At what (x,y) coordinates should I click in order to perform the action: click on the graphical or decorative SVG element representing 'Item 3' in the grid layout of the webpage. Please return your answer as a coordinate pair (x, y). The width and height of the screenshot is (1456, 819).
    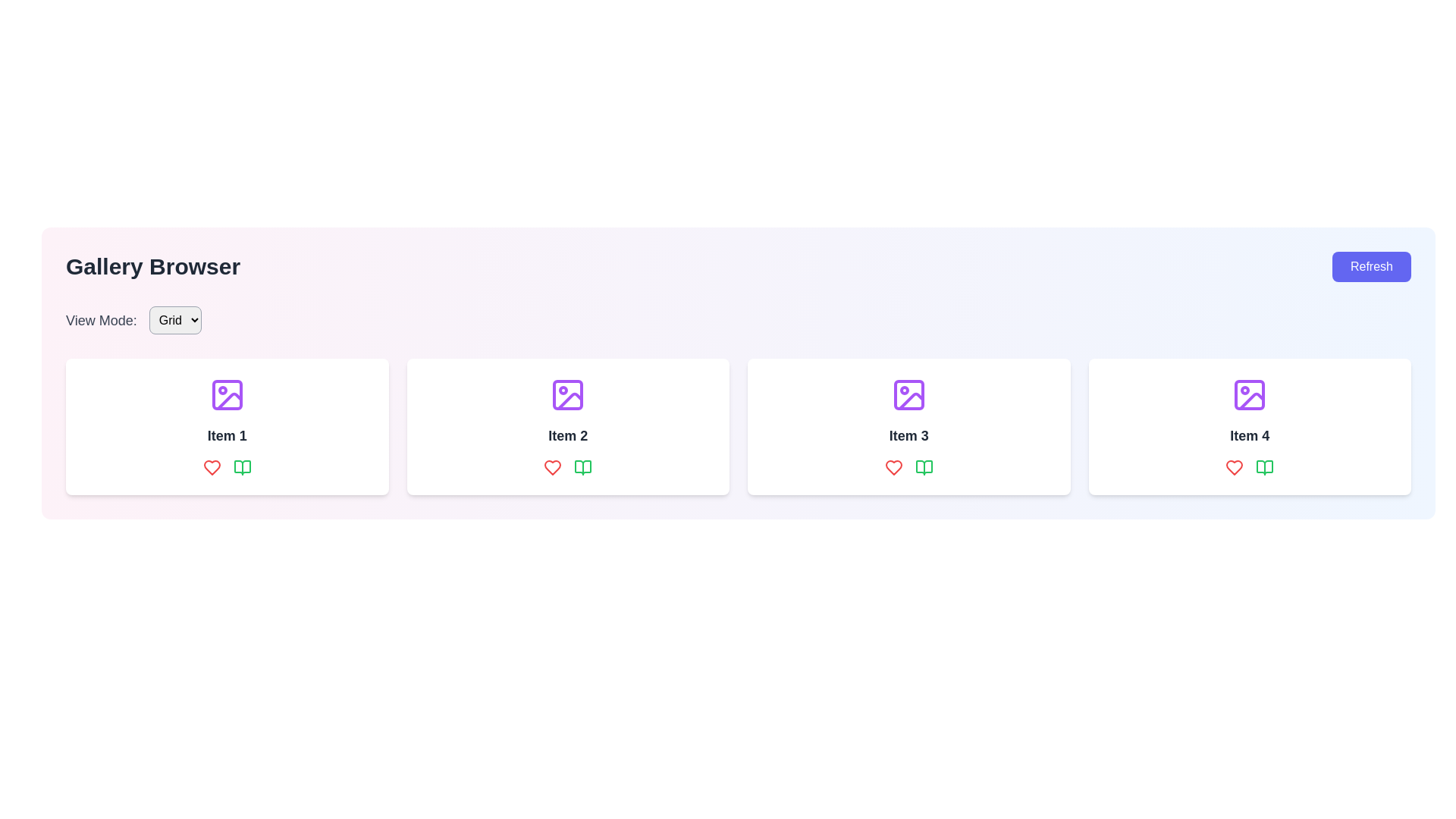
    Looking at the image, I should click on (908, 394).